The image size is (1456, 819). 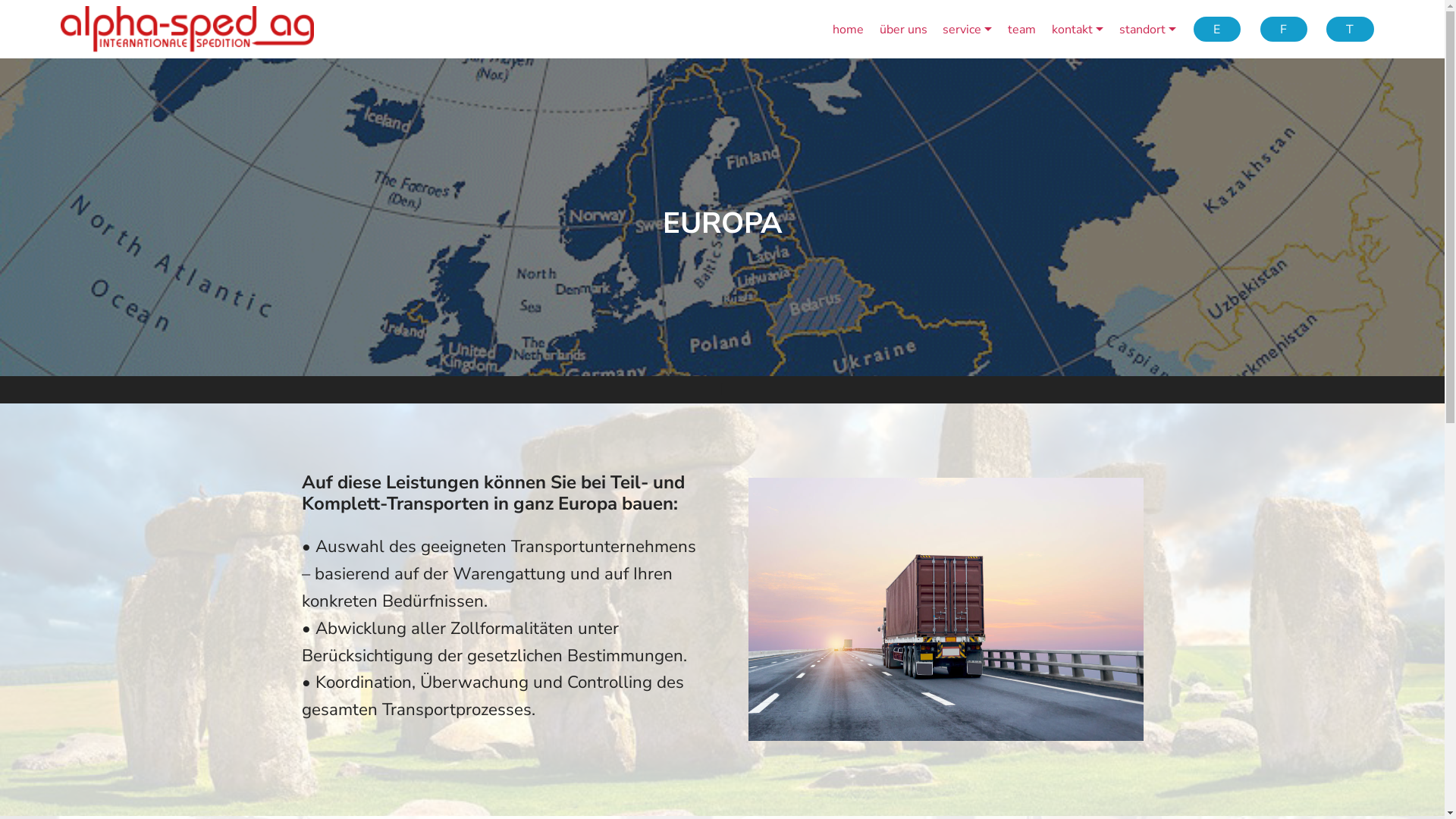 I want to click on 'home', so click(x=847, y=29).